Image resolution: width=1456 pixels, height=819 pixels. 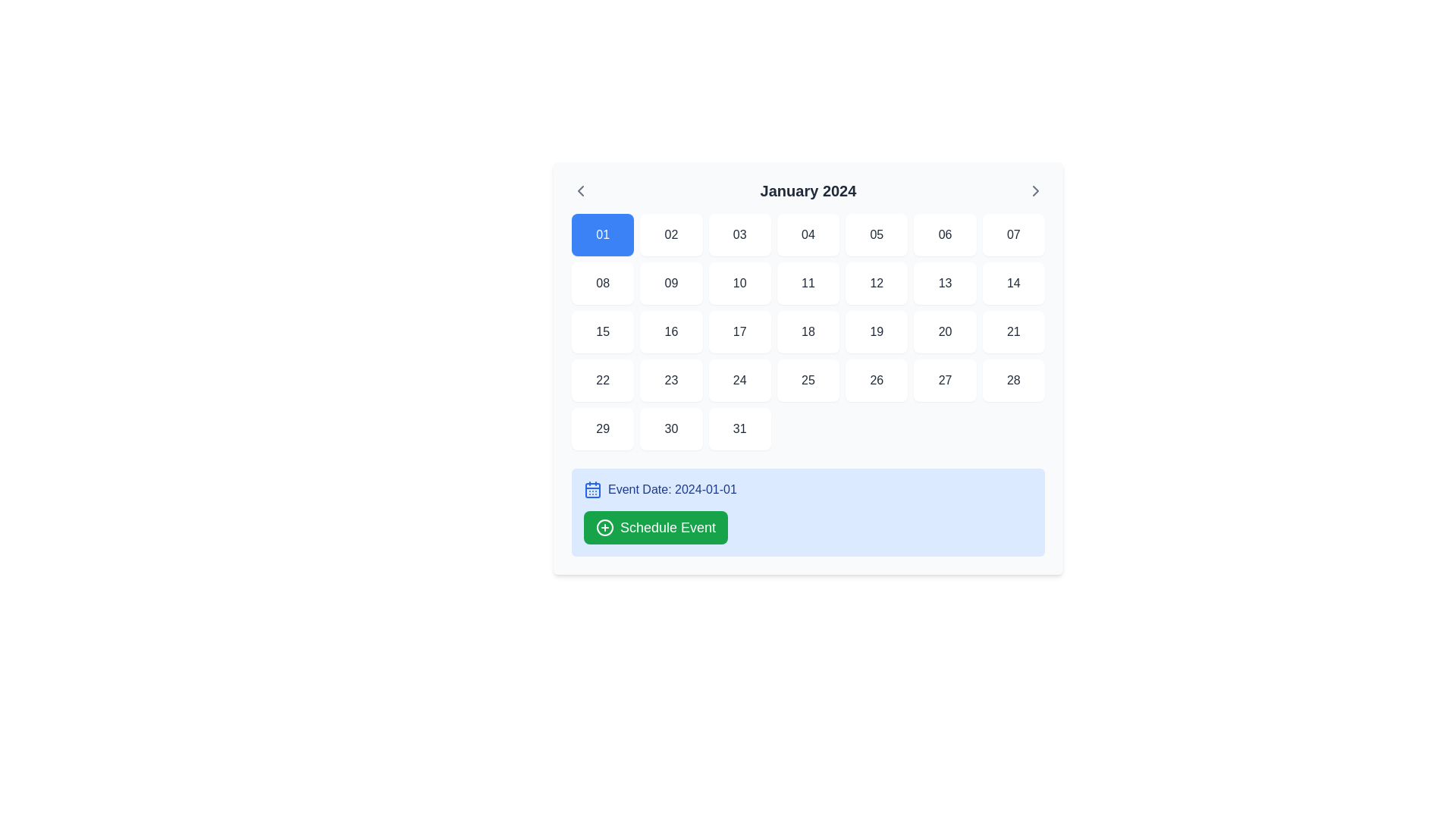 I want to click on text displayed in the bold, dark gray text label that shows the month and year 'January 2024', located centrally between the navigation controls, so click(x=807, y=190).